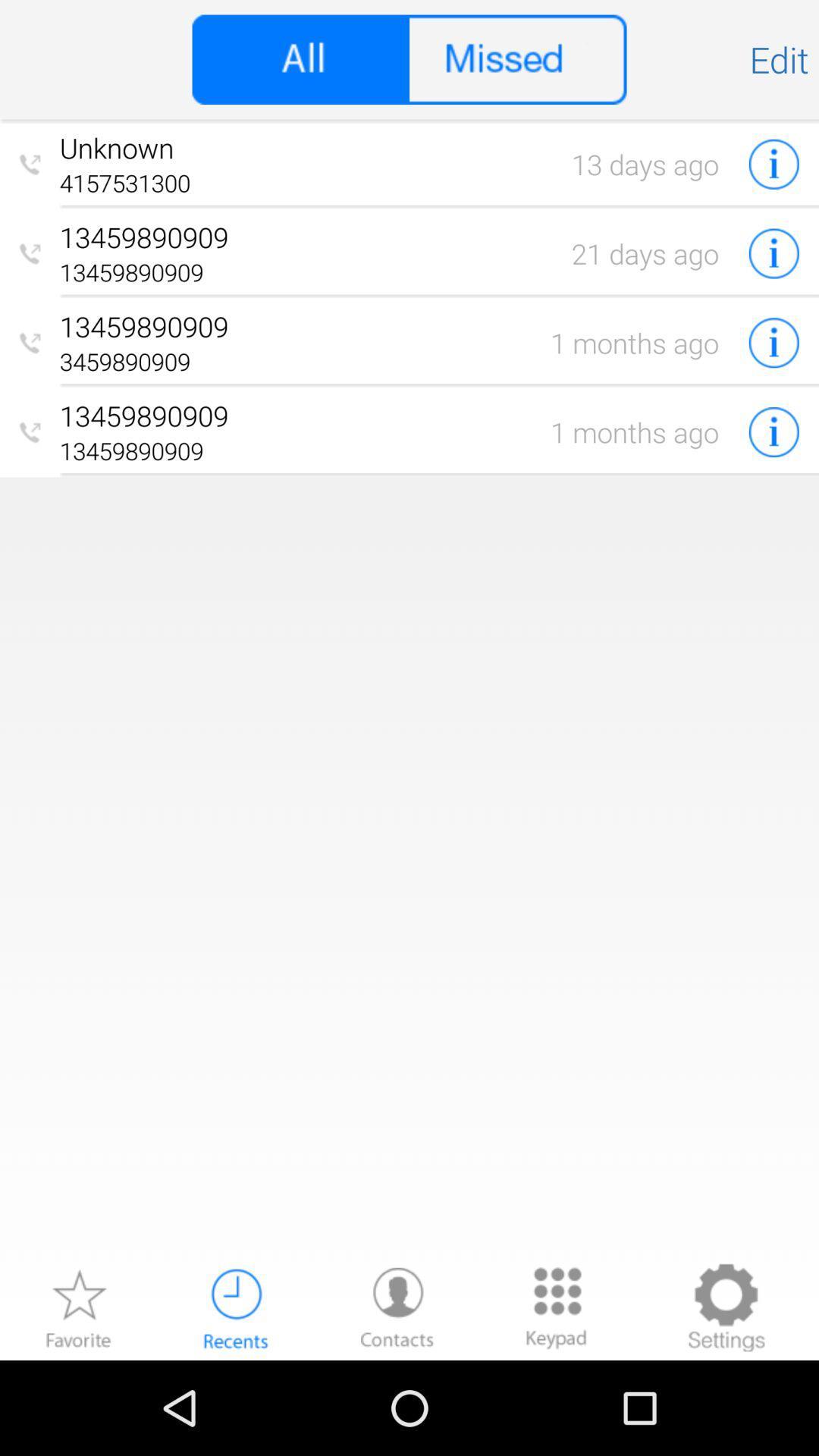 Image resolution: width=819 pixels, height=1456 pixels. Describe the element at coordinates (556, 1398) in the screenshot. I see `the dialpad icon` at that location.